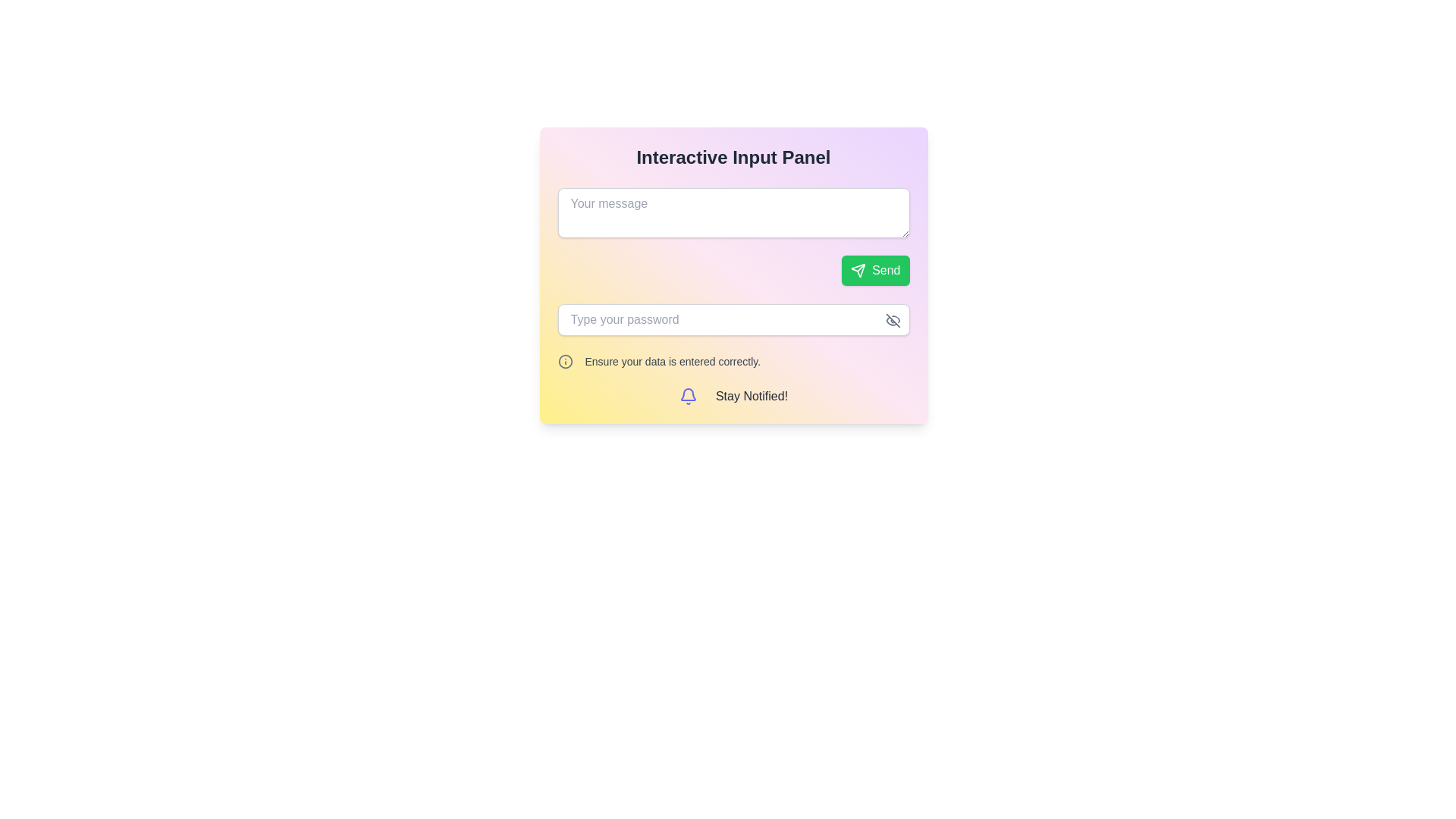 The width and height of the screenshot is (1456, 819). Describe the element at coordinates (886, 270) in the screenshot. I see `the text label within the green button that submits a message, located to the right of the text input field labeled 'Your message'` at that location.